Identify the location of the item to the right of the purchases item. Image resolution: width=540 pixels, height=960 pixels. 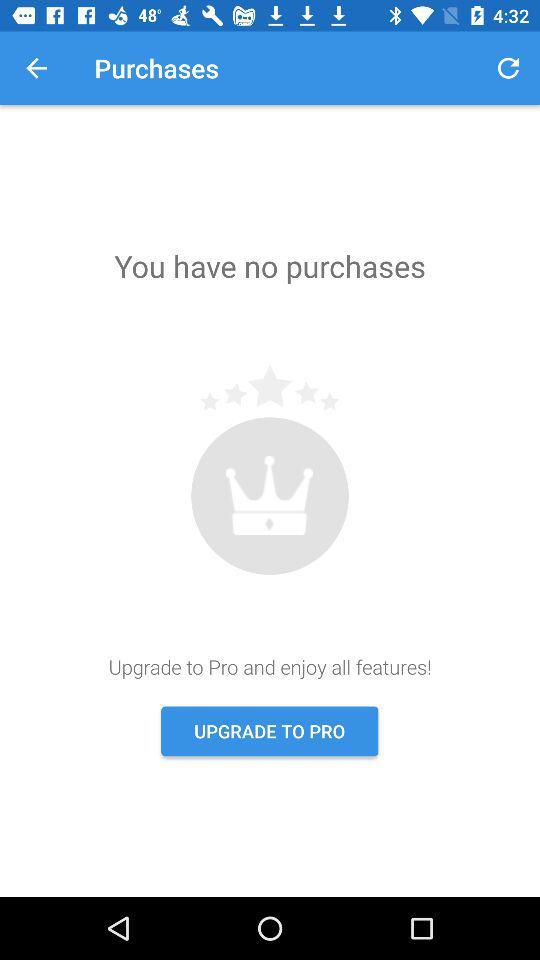
(508, 68).